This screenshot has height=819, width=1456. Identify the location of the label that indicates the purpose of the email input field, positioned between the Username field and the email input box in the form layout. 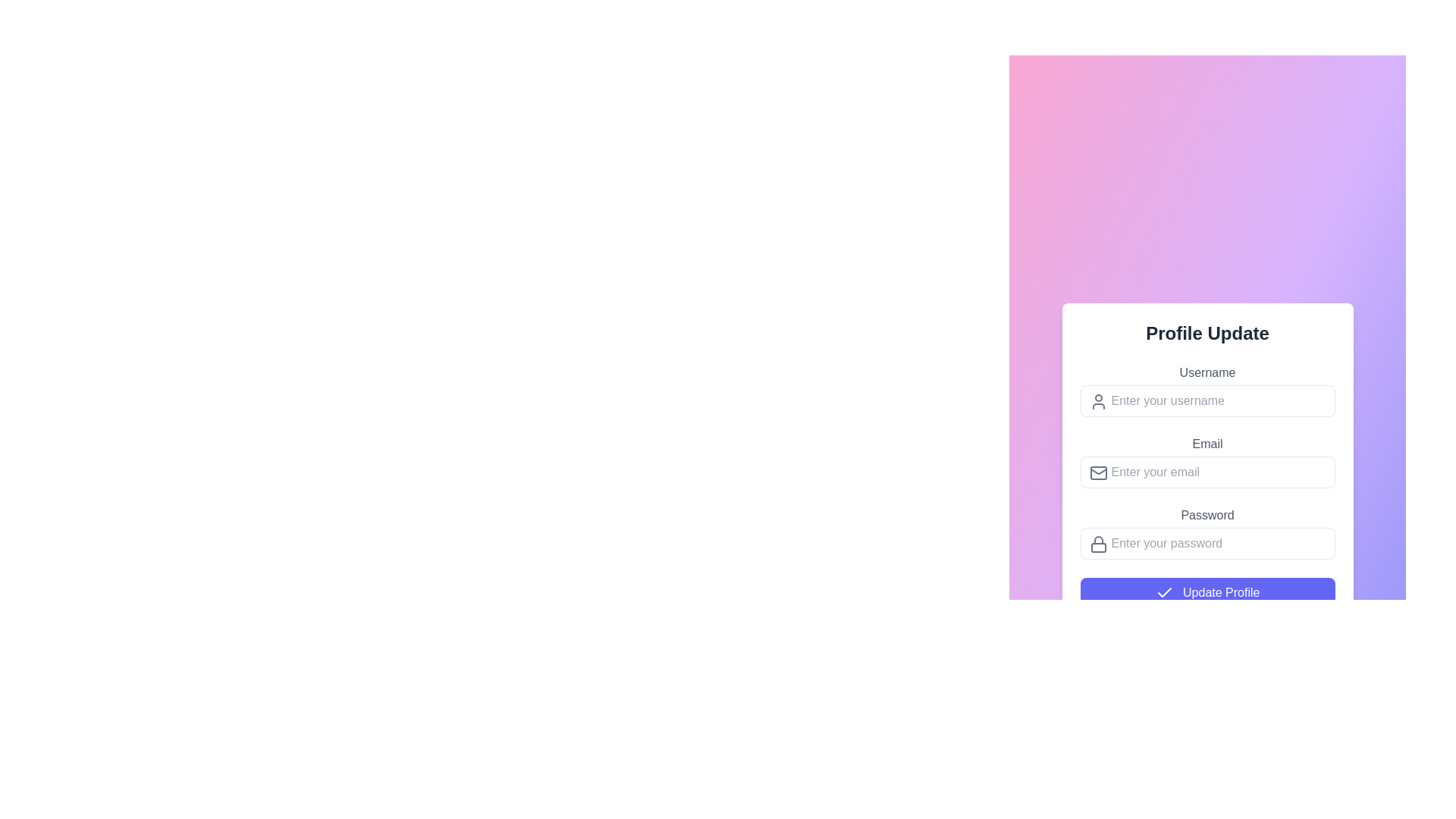
(1207, 444).